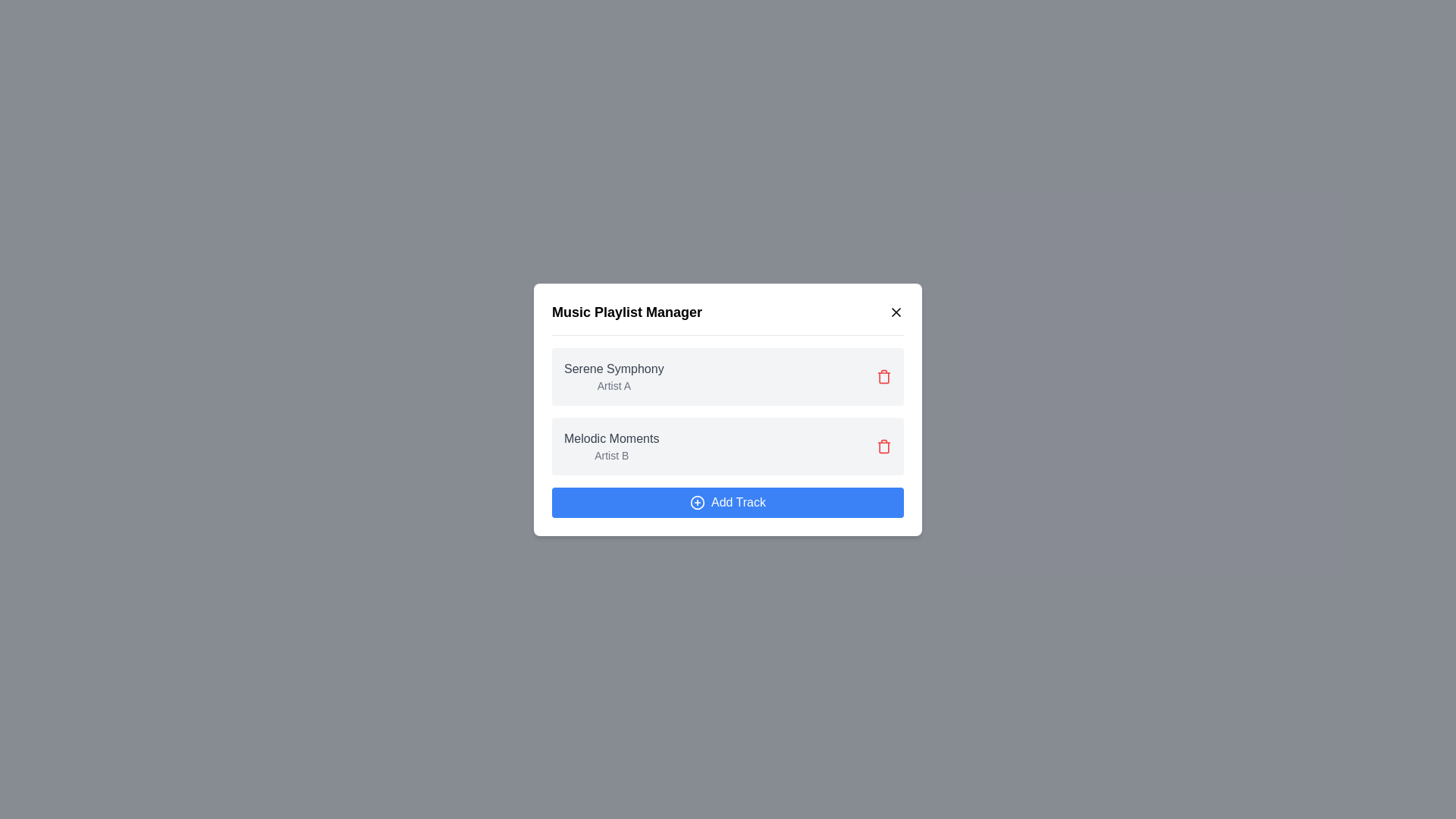 Image resolution: width=1456 pixels, height=819 pixels. Describe the element at coordinates (697, 502) in the screenshot. I see `the decorative SVG circle located at the center of the circular button in the lower row of the modal window, specifically above the 'Add Track' button, to trigger visual cues` at that location.